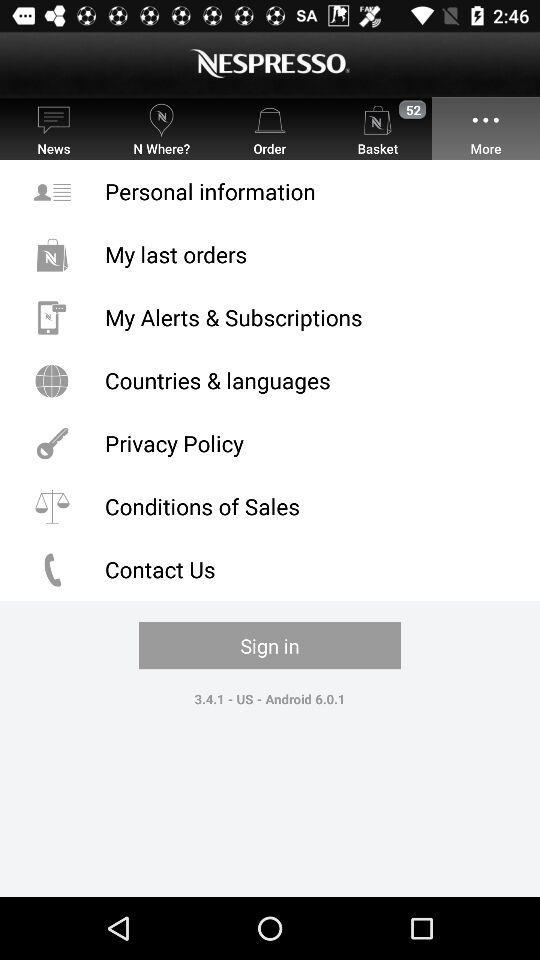  Describe the element at coordinates (270, 443) in the screenshot. I see `the item below the countries & languages icon` at that location.